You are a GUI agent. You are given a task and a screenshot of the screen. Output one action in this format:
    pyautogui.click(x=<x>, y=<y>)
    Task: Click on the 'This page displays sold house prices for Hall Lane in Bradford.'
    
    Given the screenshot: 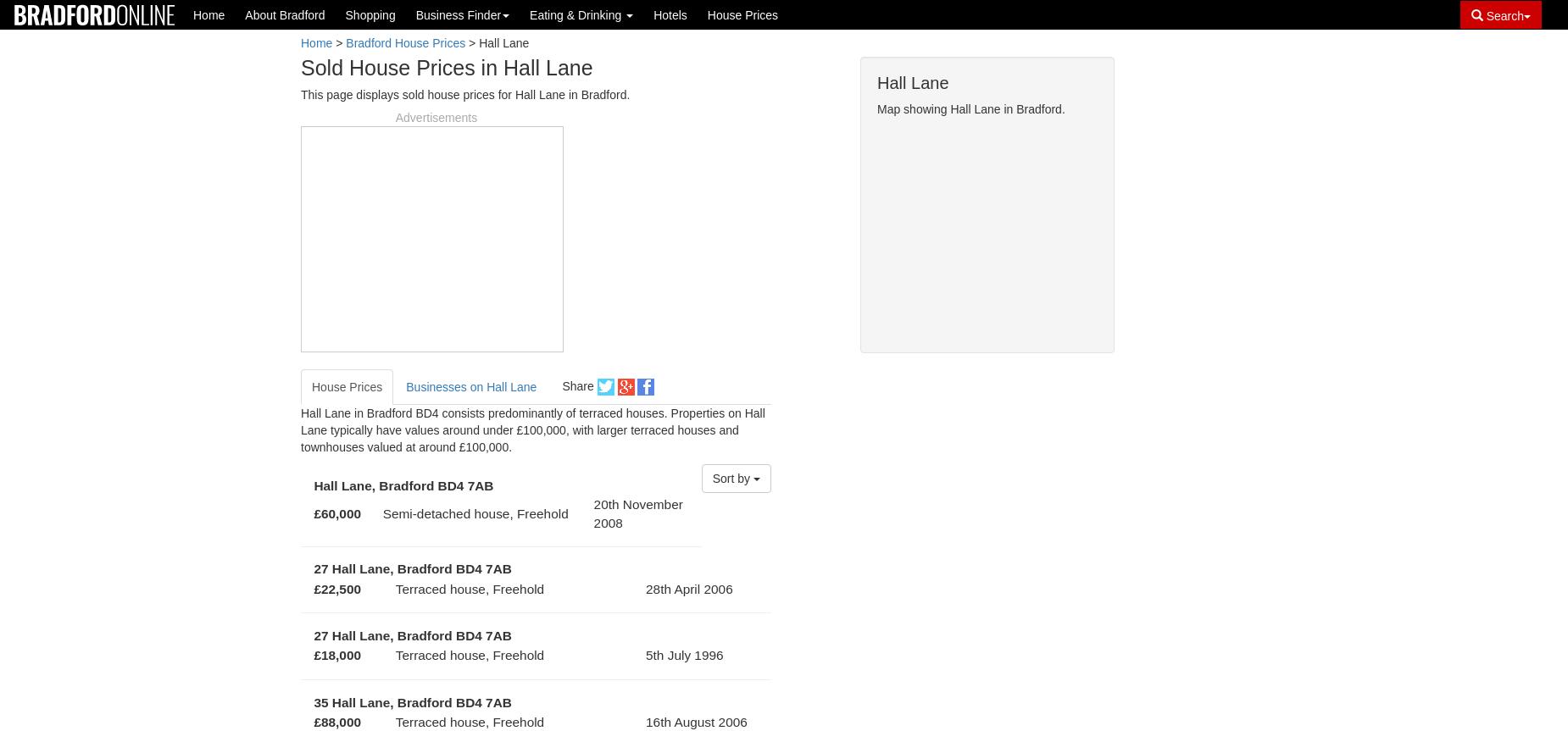 What is the action you would take?
    pyautogui.click(x=465, y=92)
    